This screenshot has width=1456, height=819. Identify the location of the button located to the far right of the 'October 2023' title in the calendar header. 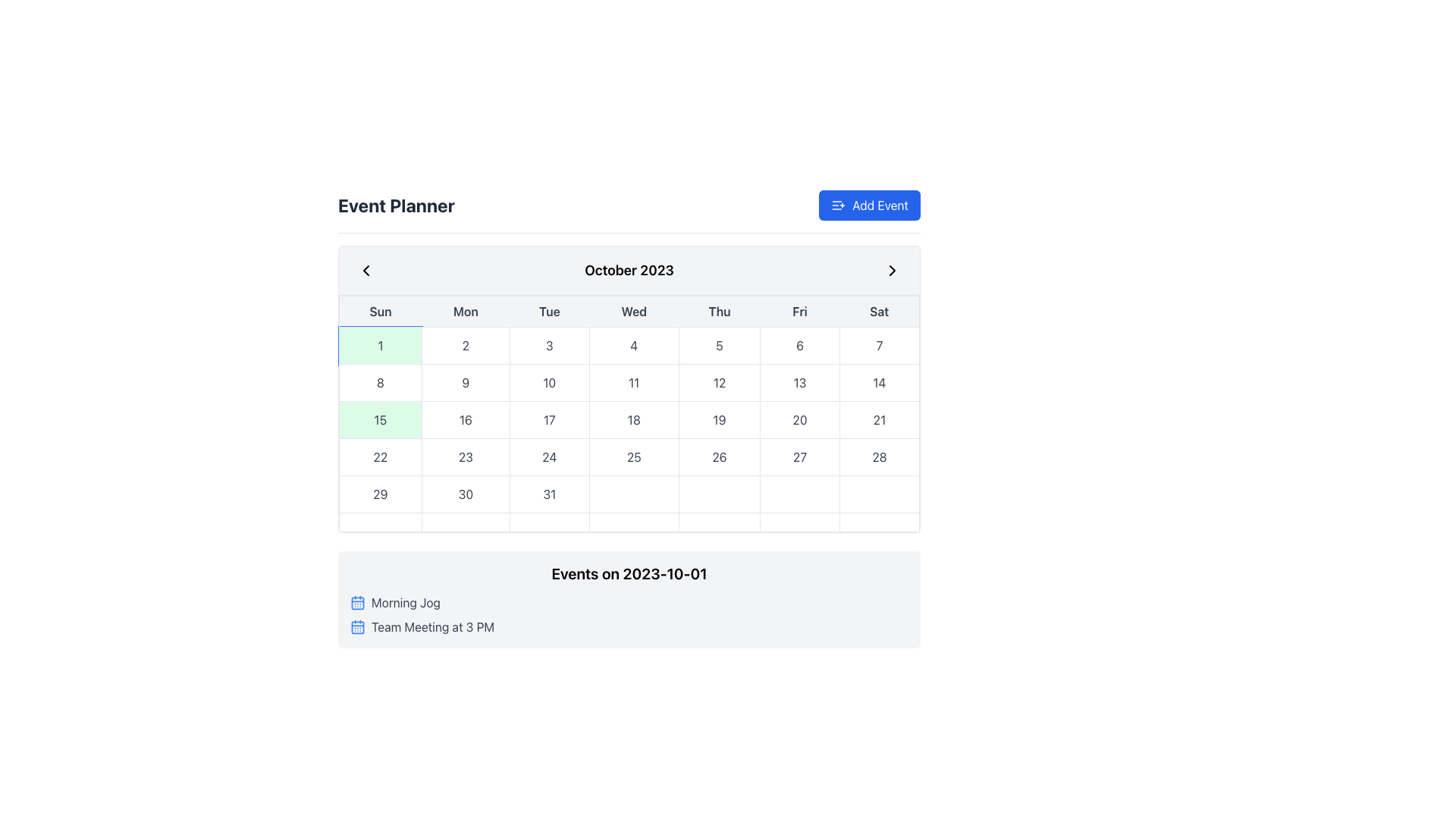
(892, 270).